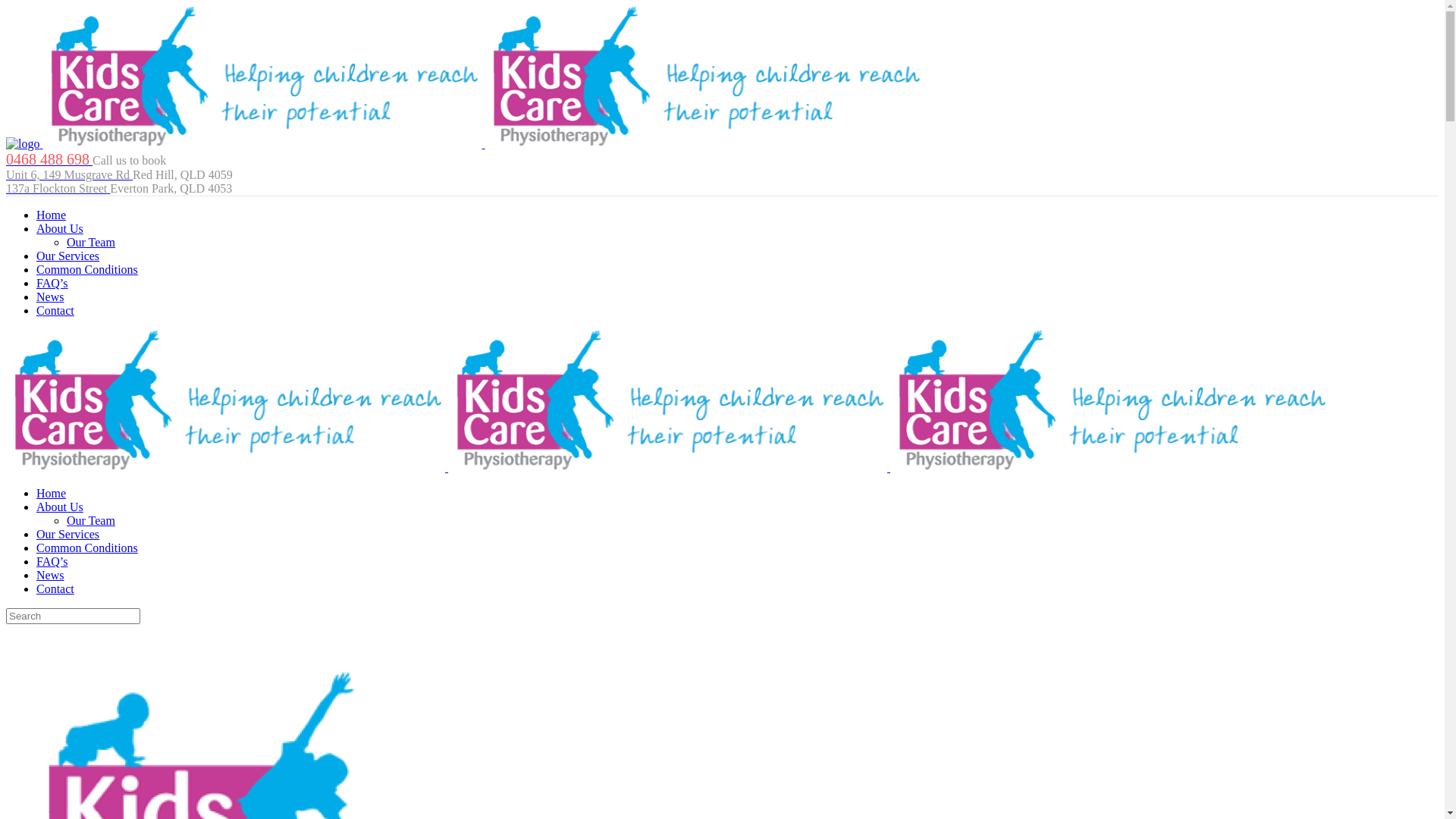 The width and height of the screenshot is (1456, 819). Describe the element at coordinates (36, 228) in the screenshot. I see `'About Us'` at that location.